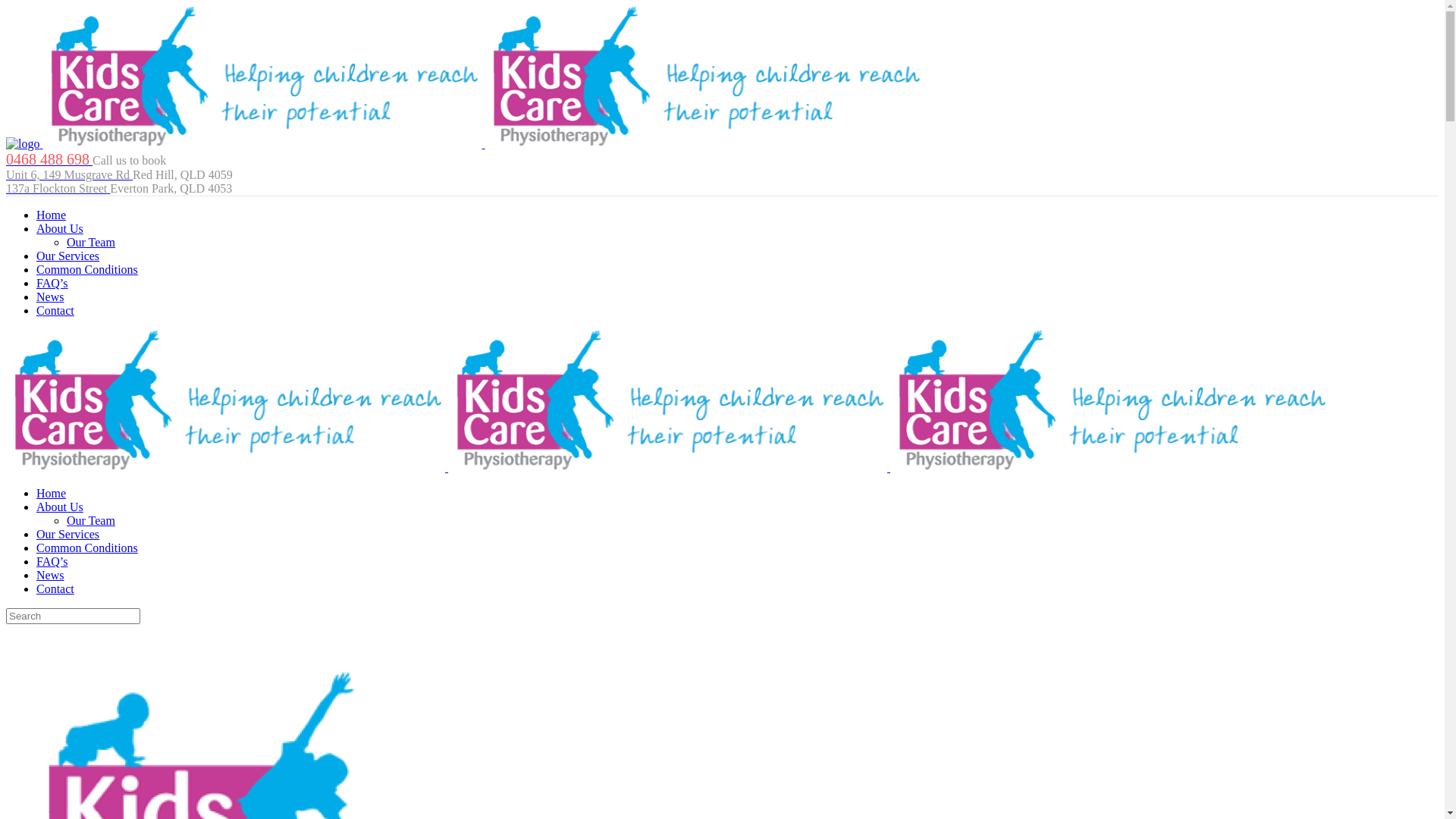 The width and height of the screenshot is (1456, 819). Describe the element at coordinates (36, 228) in the screenshot. I see `'About Us'` at that location.